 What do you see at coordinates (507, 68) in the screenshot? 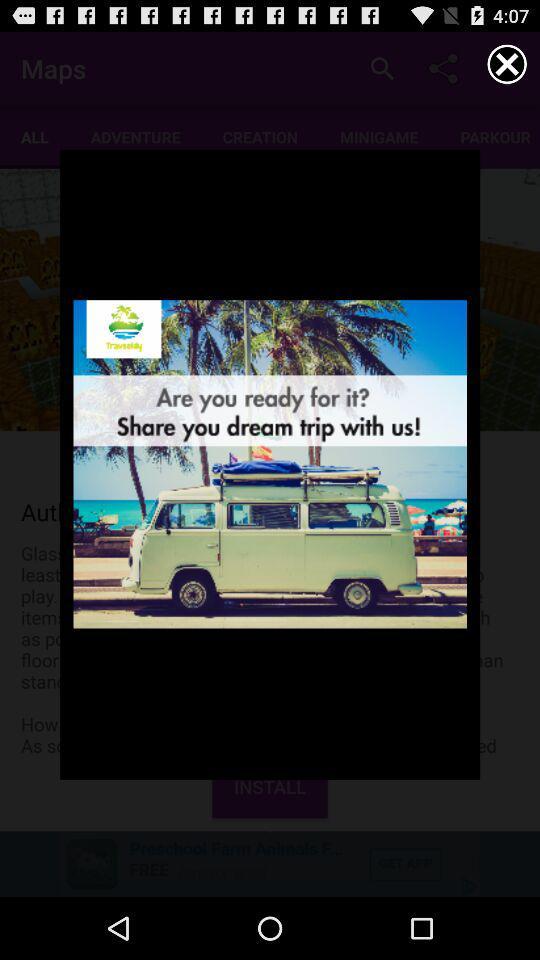
I see `the close icon` at bounding box center [507, 68].